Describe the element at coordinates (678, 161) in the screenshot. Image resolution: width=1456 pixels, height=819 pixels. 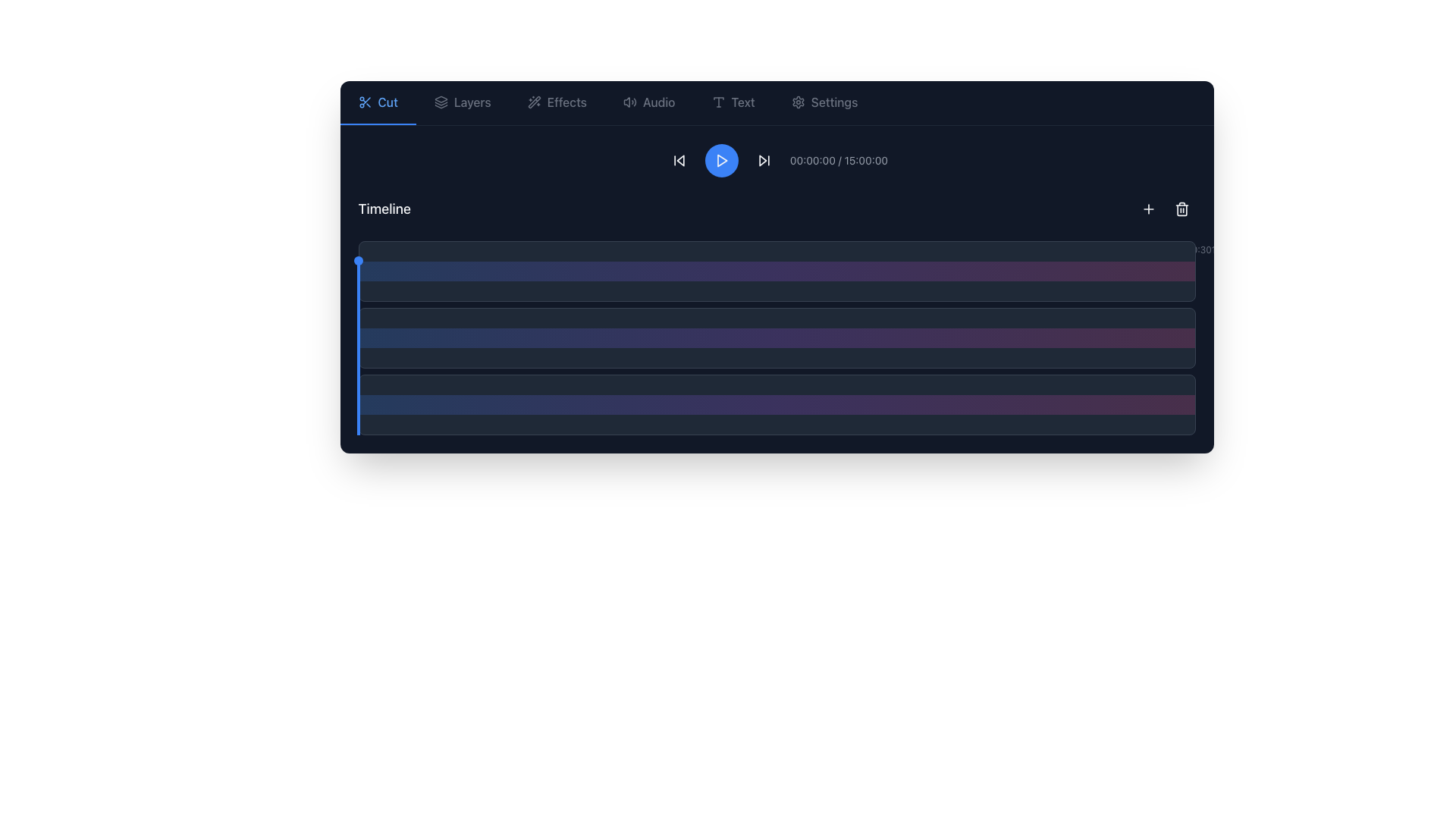
I see `the skip-backward button located at the top center of the interface, which is the first button in the media control row to the left of the blue play button` at that location.